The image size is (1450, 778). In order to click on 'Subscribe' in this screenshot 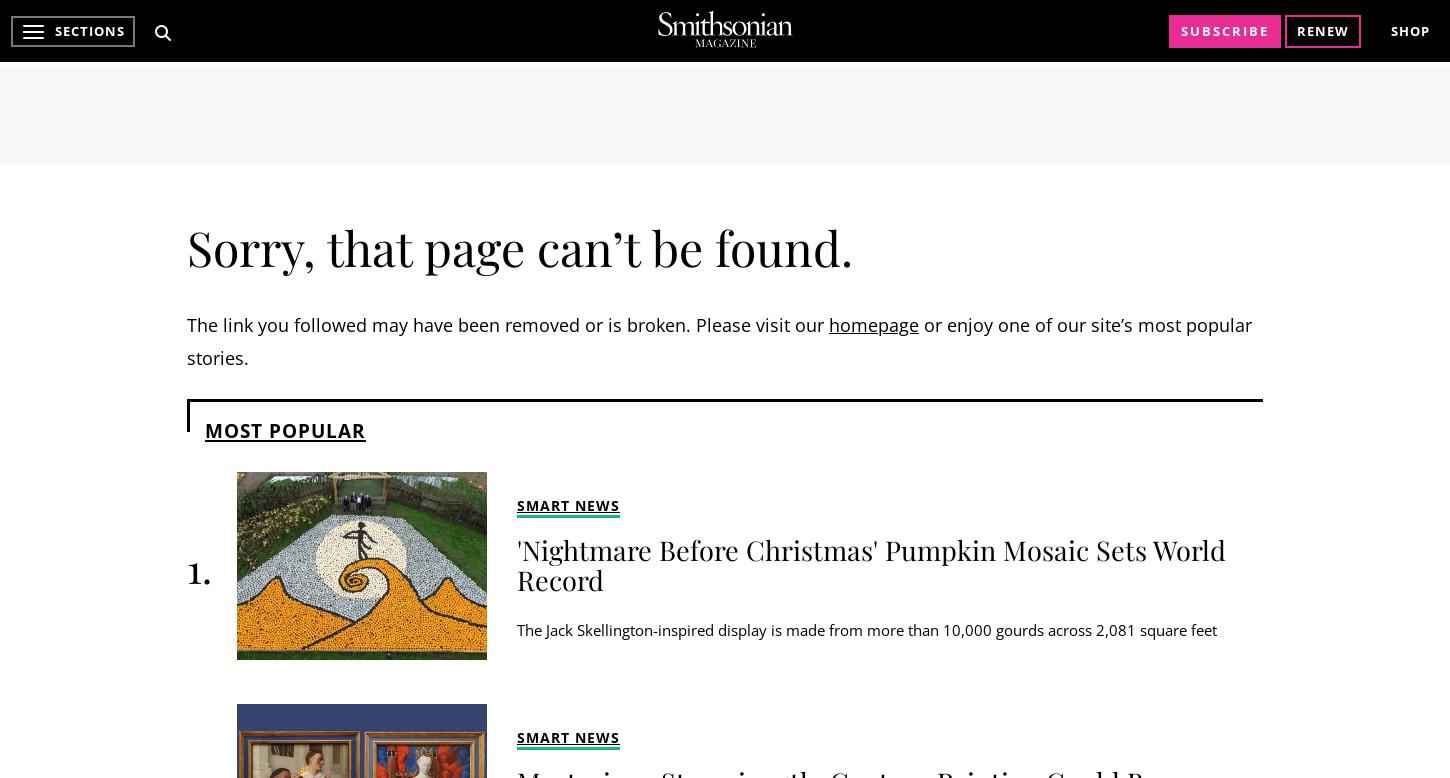, I will do `click(1224, 30)`.